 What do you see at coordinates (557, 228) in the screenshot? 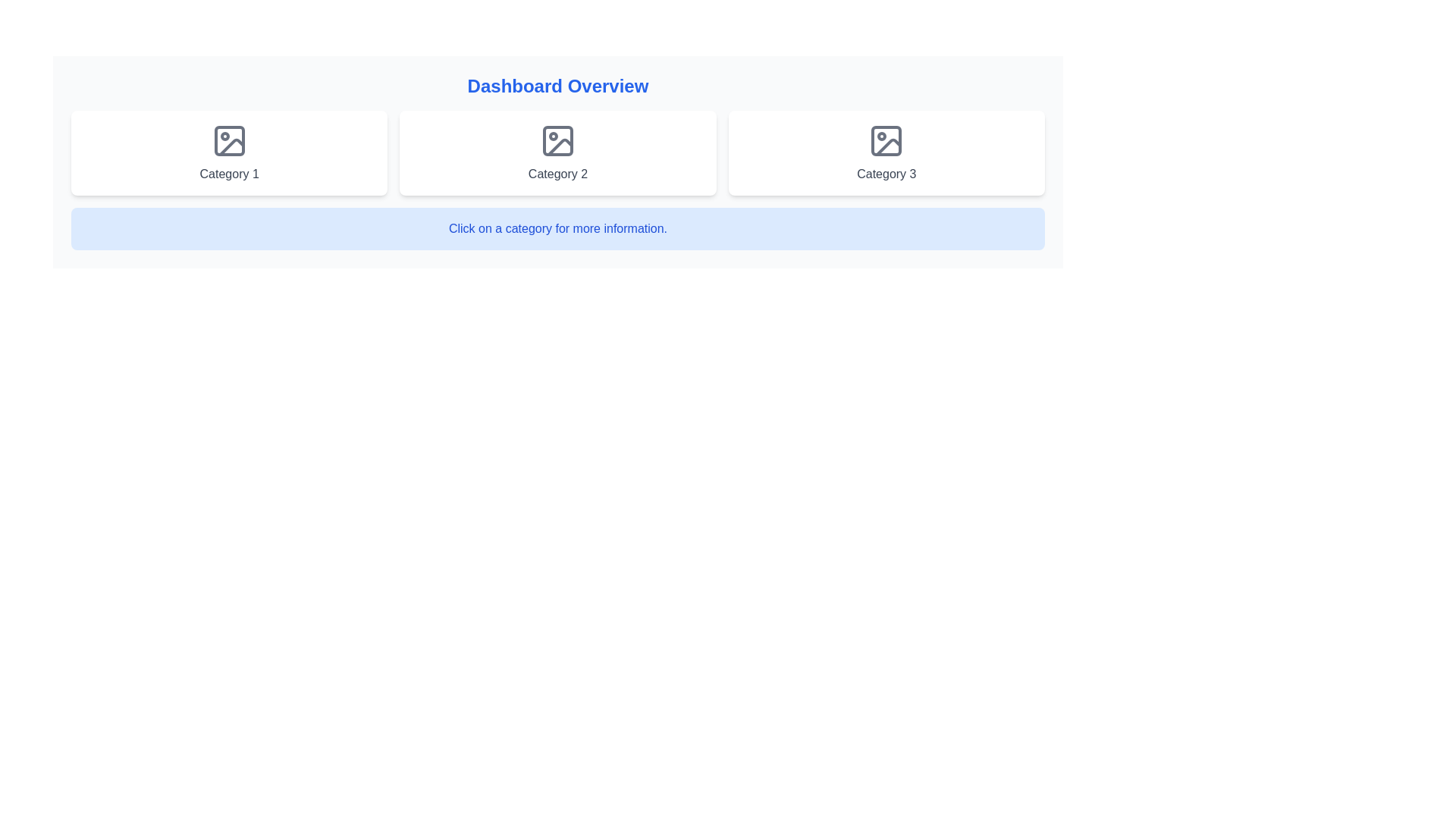
I see `informational text label that is centrally aligned below the category tiles, providing guidance to users` at bounding box center [557, 228].